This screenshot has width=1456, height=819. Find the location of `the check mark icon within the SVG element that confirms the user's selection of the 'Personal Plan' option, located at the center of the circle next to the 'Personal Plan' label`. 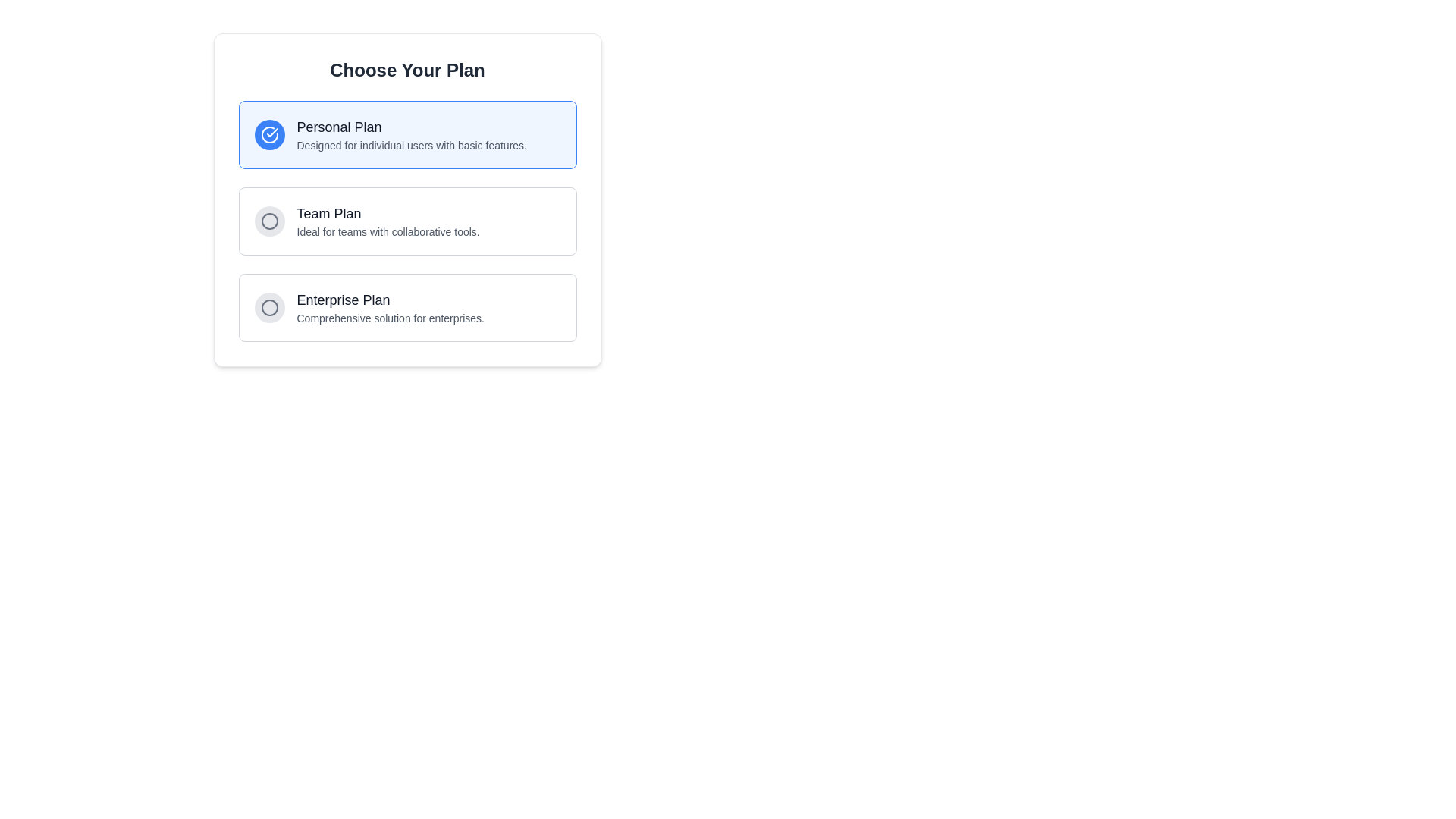

the check mark icon within the SVG element that confirms the user's selection of the 'Personal Plan' option, located at the center of the circle next to the 'Personal Plan' label is located at coordinates (272, 131).